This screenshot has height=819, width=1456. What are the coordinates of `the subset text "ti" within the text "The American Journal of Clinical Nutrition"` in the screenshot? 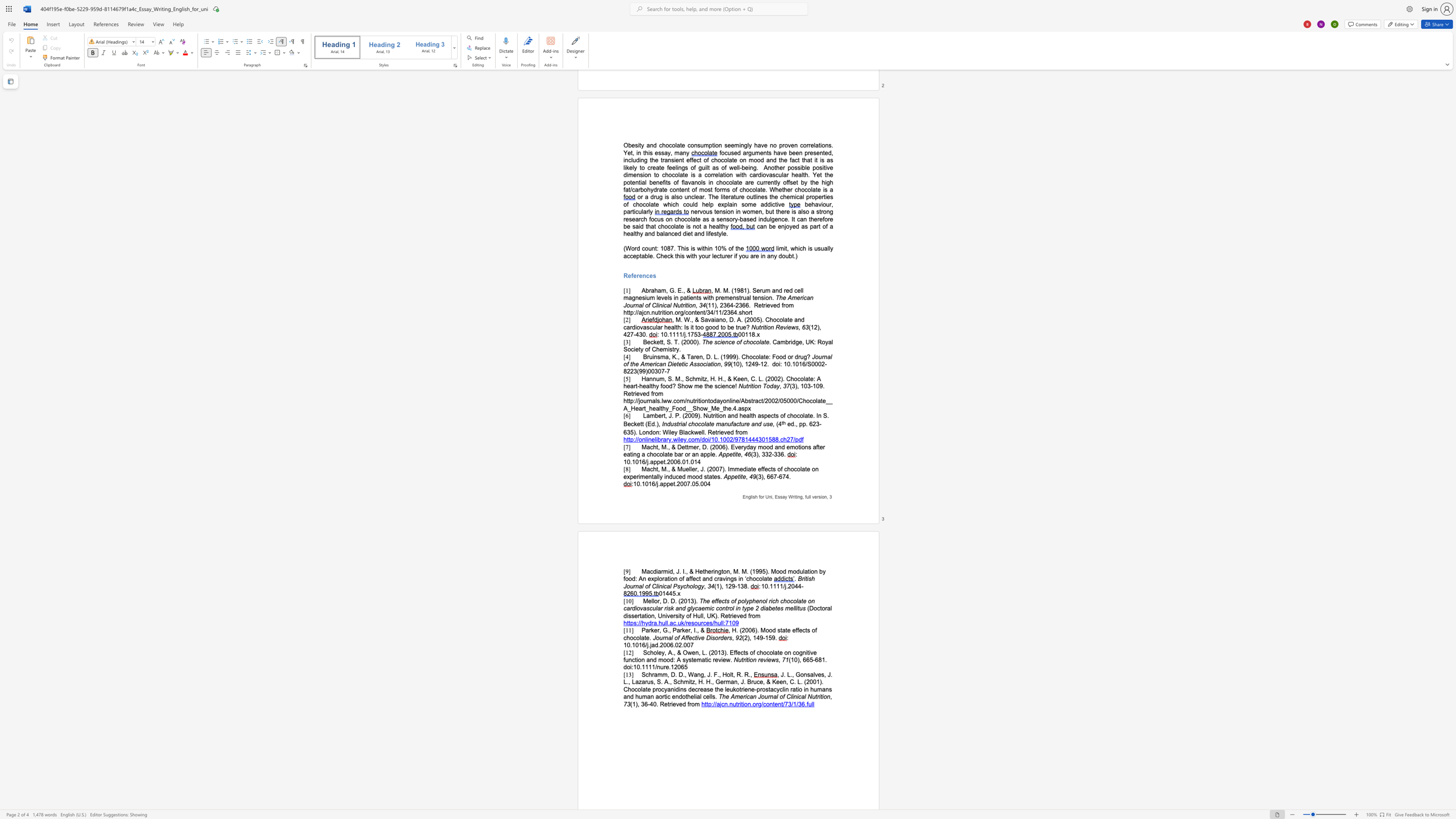 It's located at (820, 696).